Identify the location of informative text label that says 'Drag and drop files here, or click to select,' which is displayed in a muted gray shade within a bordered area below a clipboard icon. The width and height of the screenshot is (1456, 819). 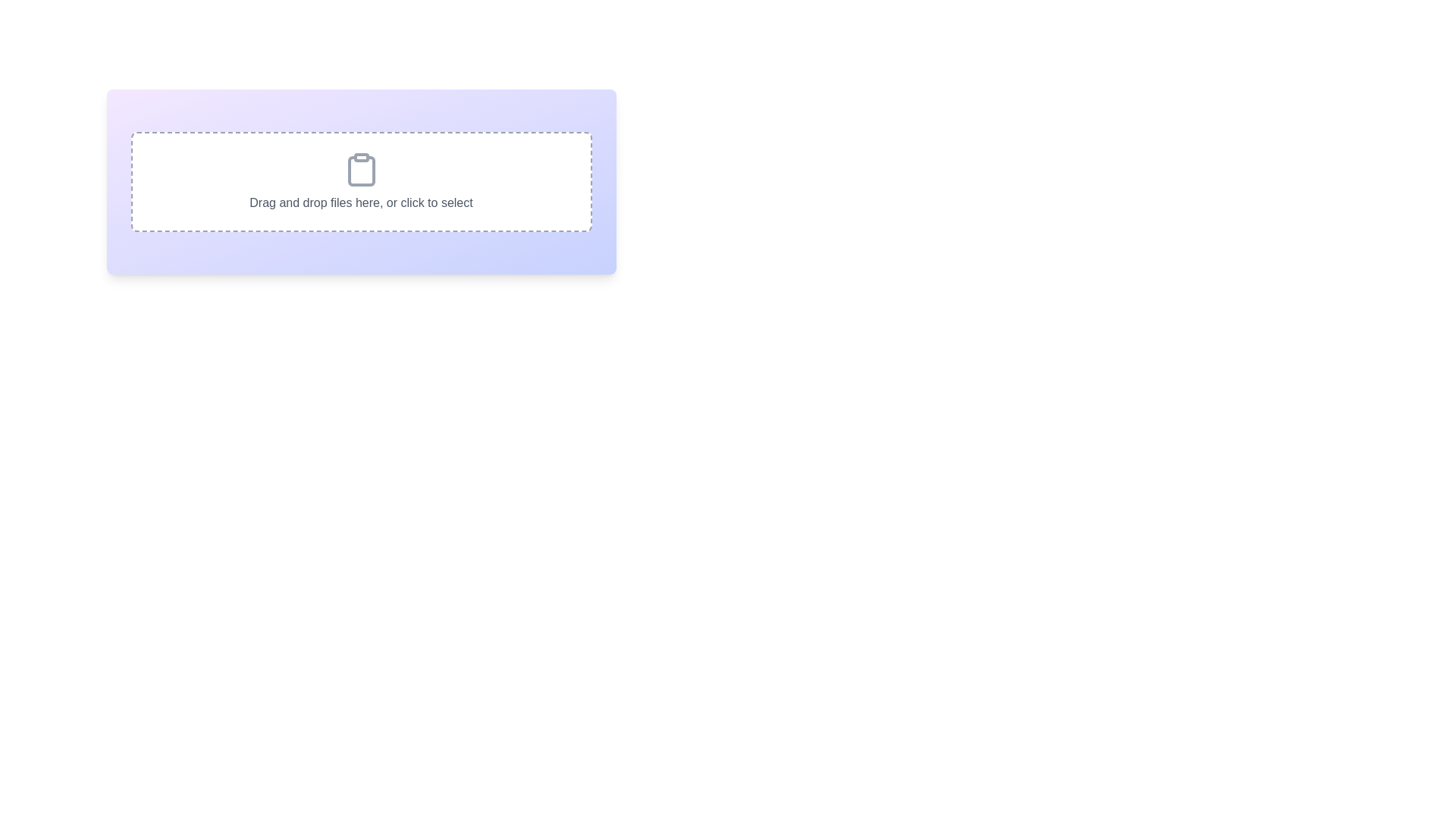
(360, 202).